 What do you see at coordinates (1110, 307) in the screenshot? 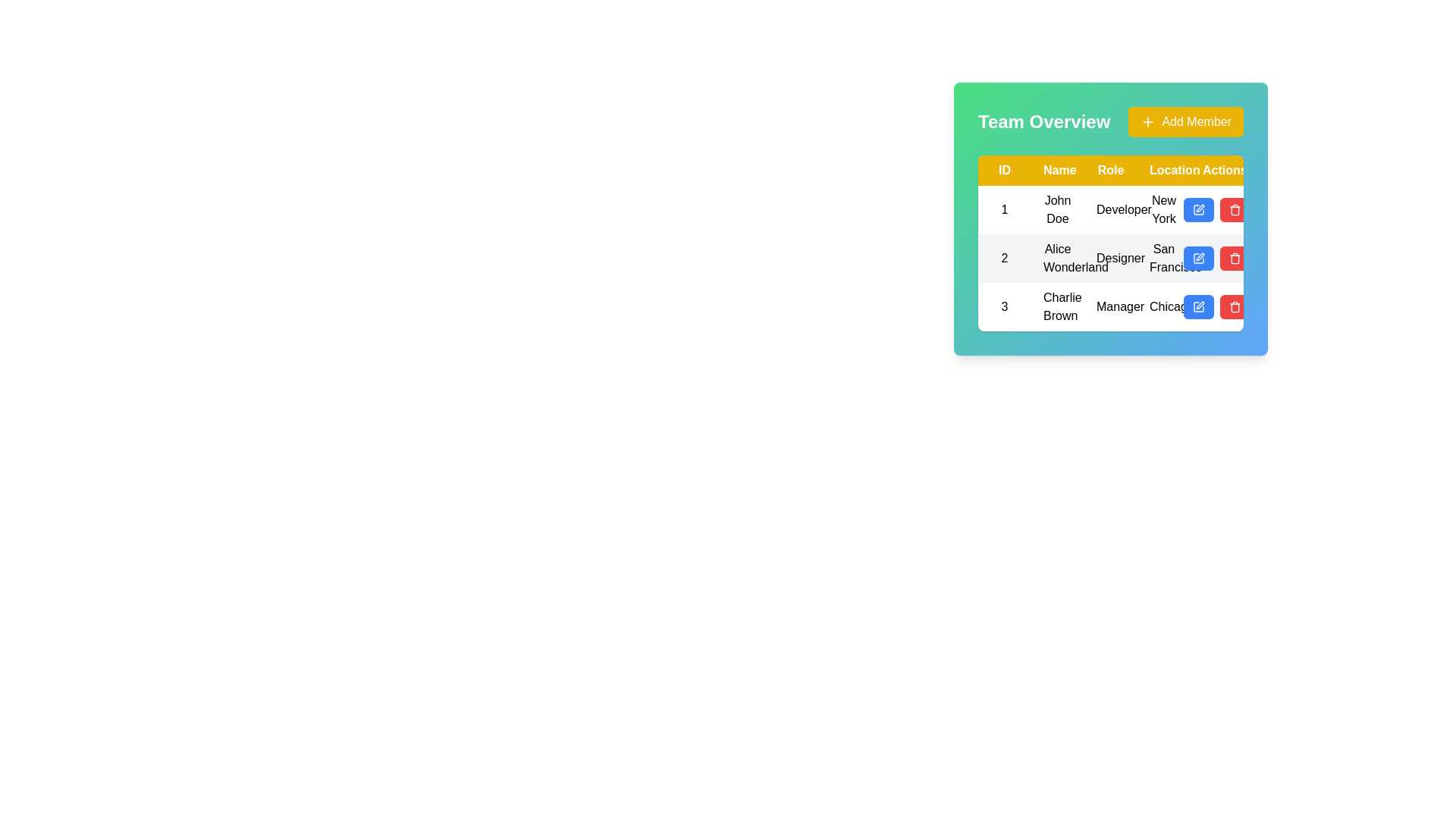
I see `the third row of the team members table, which includes text data and action icons` at bounding box center [1110, 307].